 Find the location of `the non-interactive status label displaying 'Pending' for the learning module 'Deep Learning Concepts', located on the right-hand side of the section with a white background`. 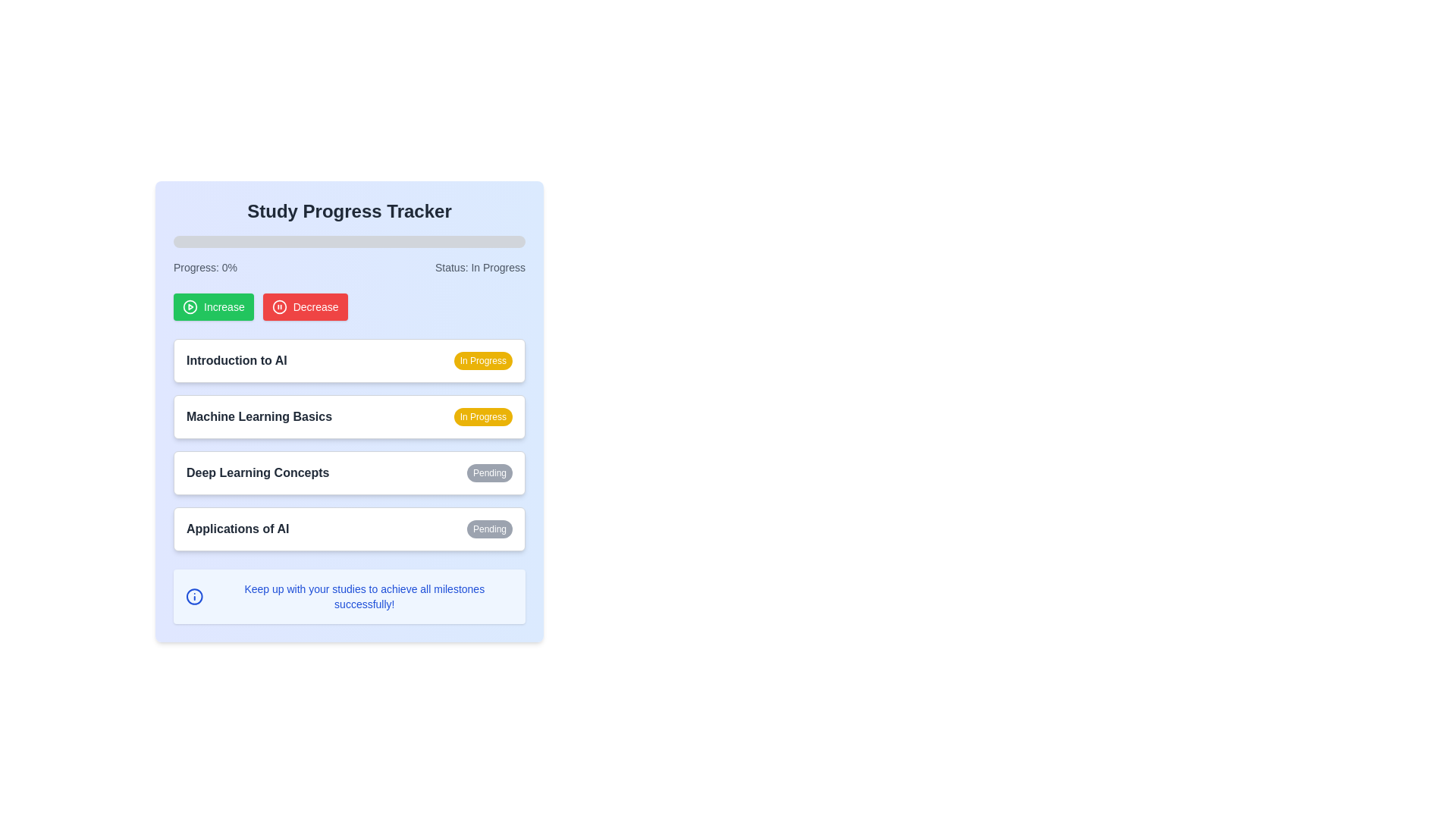

the non-interactive status label displaying 'Pending' for the learning module 'Deep Learning Concepts', located on the right-hand side of the section with a white background is located at coordinates (489, 472).